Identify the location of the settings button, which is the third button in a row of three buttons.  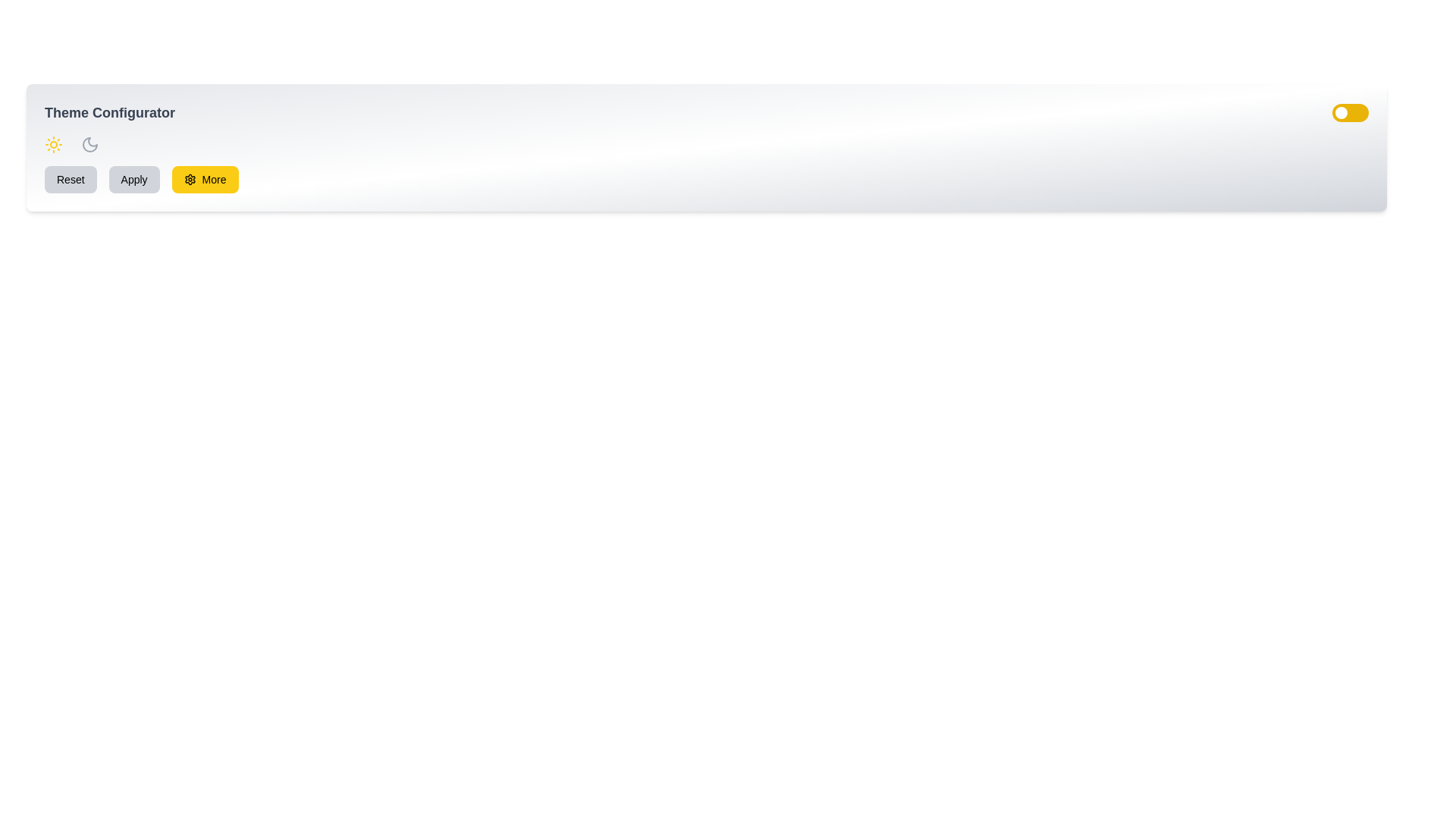
(204, 178).